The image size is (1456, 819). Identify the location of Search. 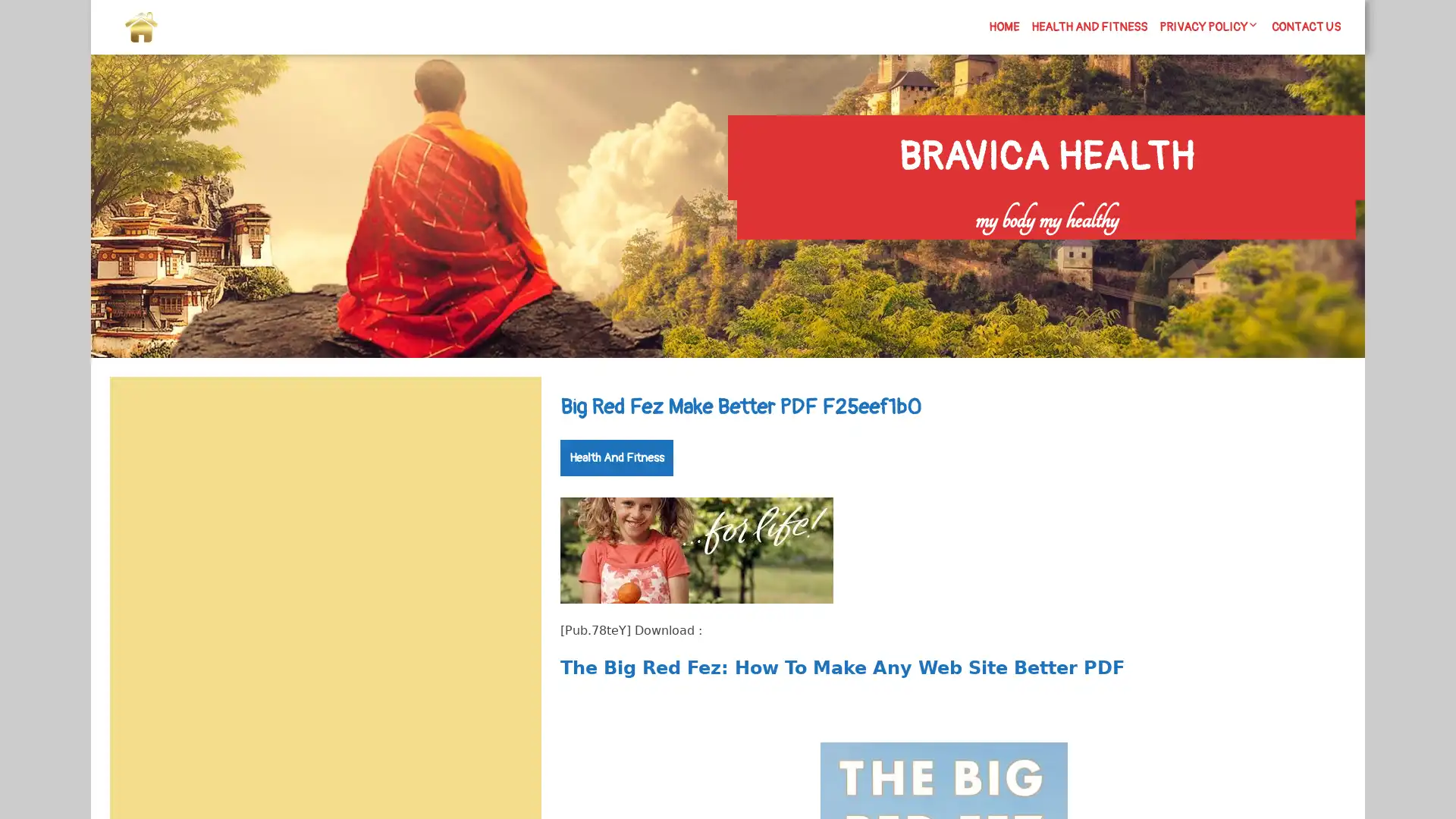
(506, 413).